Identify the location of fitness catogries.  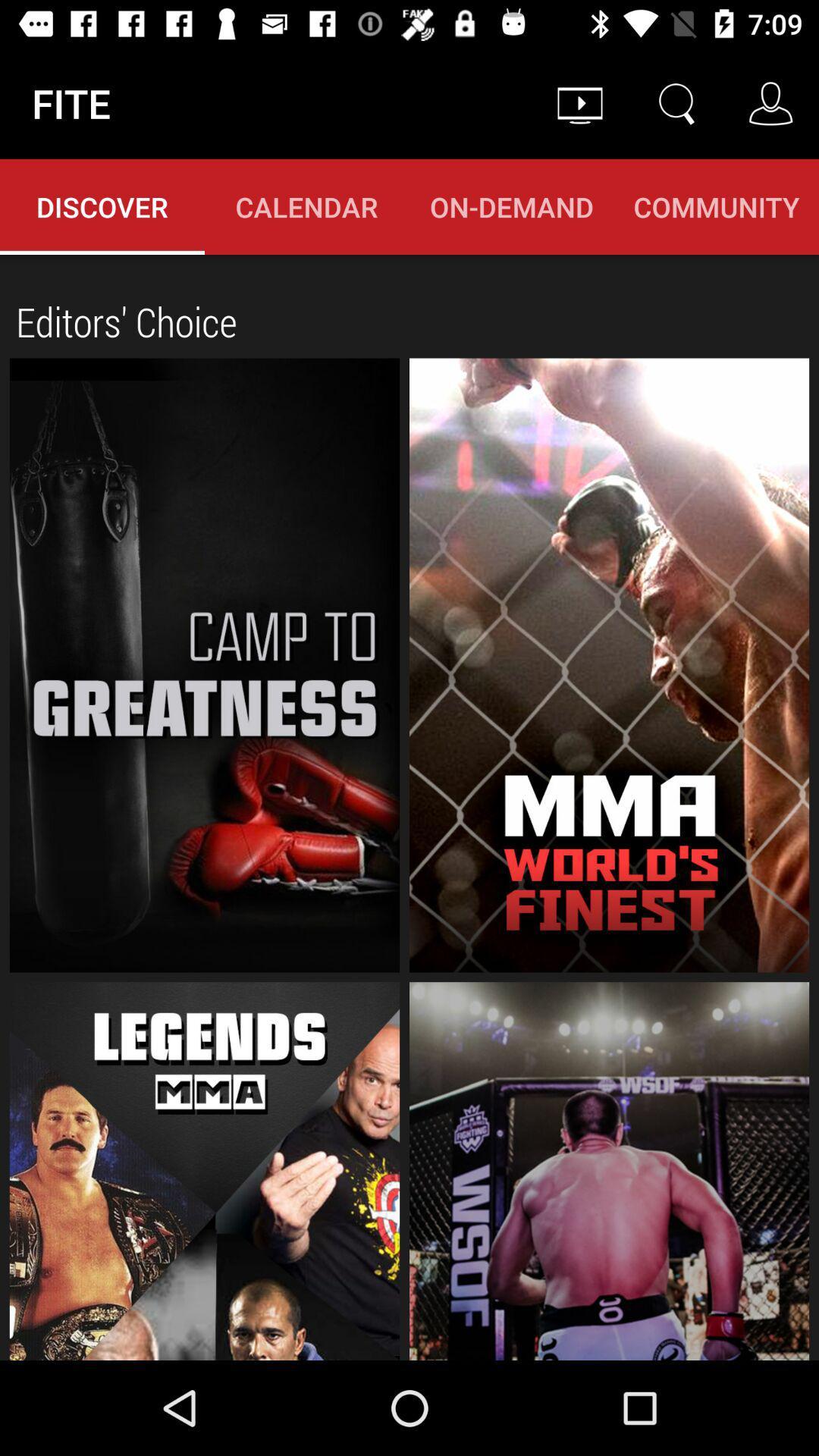
(205, 665).